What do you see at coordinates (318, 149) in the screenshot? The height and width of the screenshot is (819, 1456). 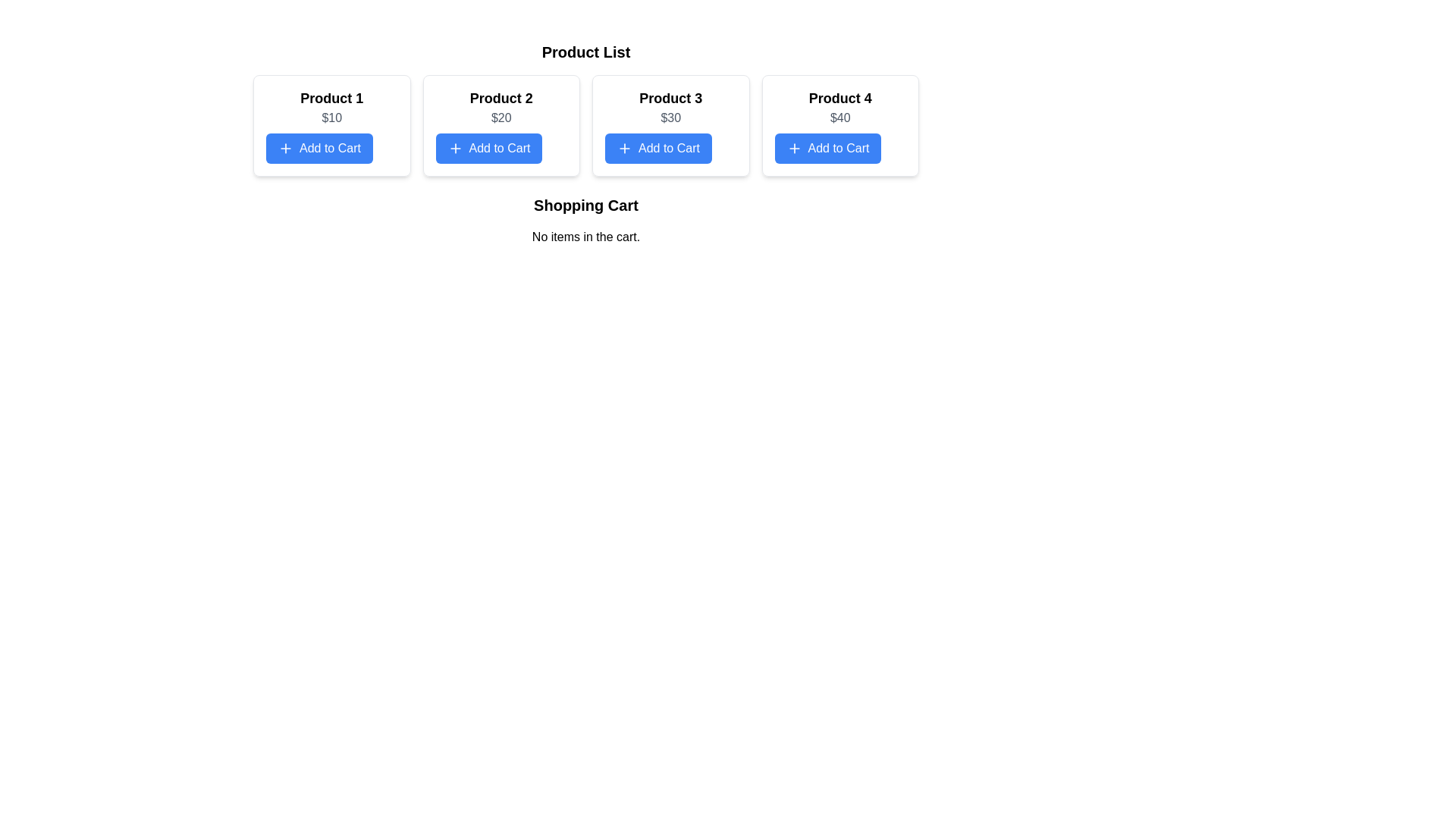 I see `'Add to Cart' button with a blue background and white text for debugging purposes` at bounding box center [318, 149].